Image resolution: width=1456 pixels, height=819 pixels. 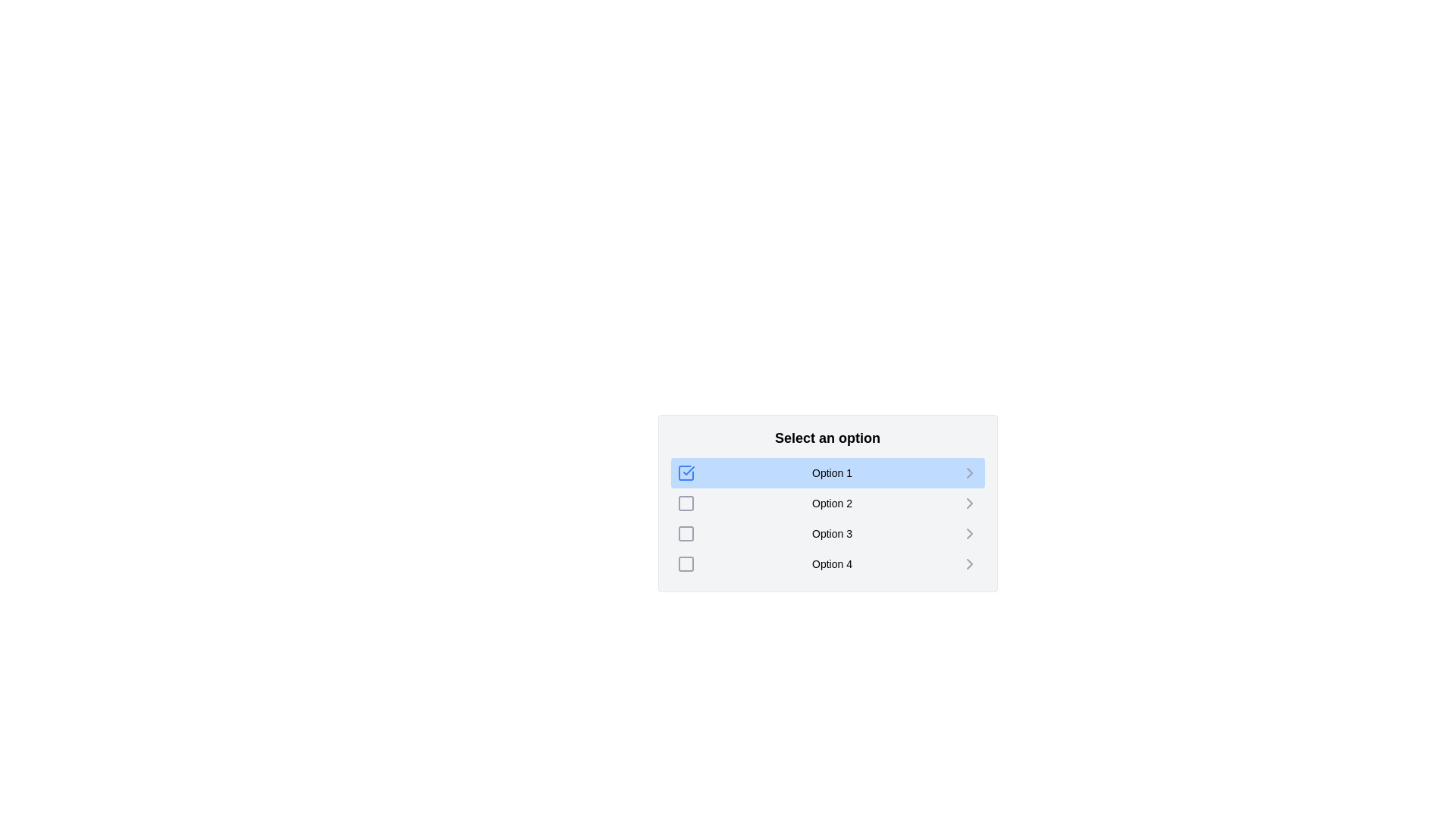 I want to click on the Checkbox icon indicating the selection status of 'Option 1', so click(x=685, y=472).